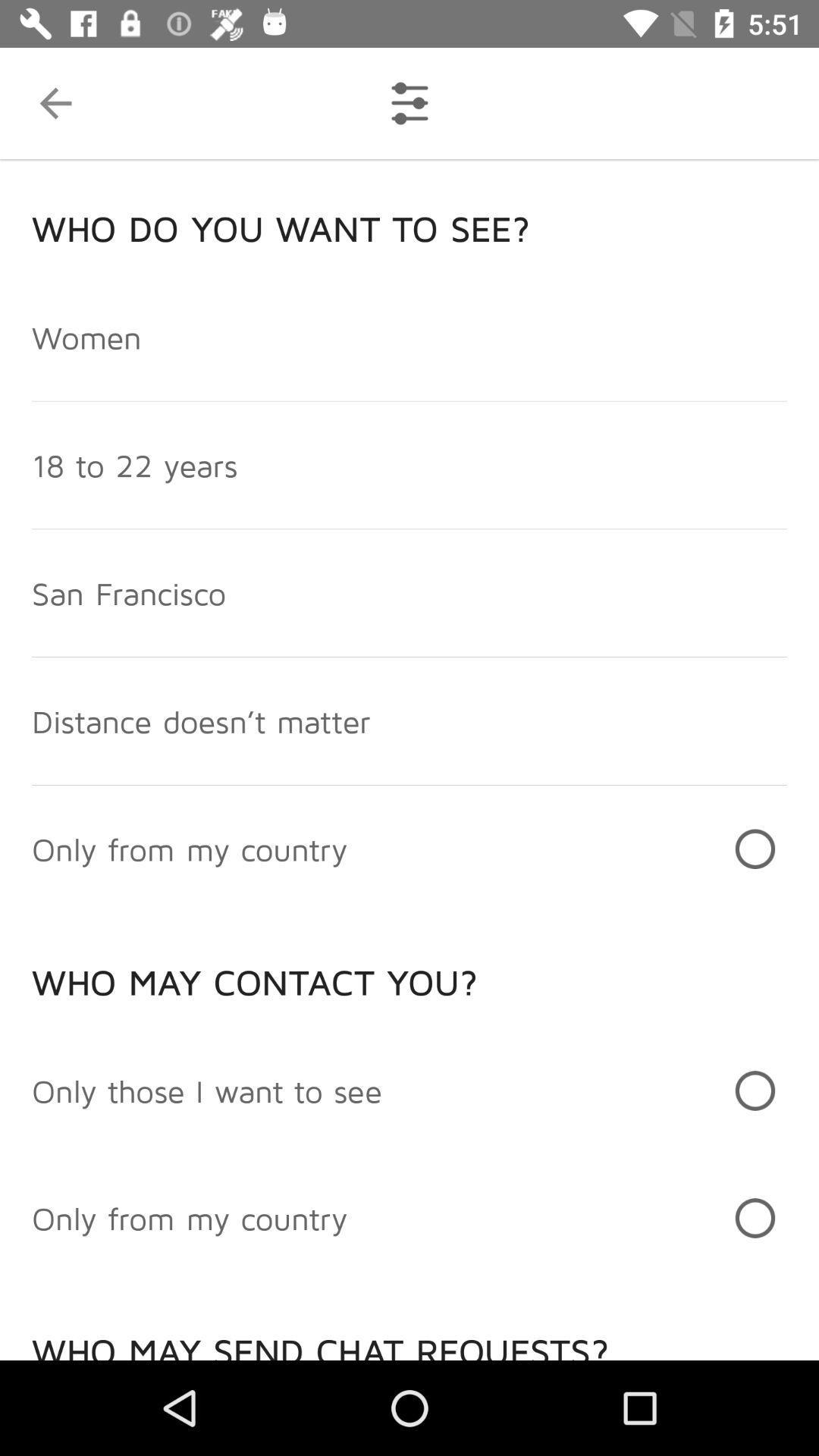 The image size is (819, 1456). Describe the element at coordinates (133, 464) in the screenshot. I see `the 18 to 22 item` at that location.